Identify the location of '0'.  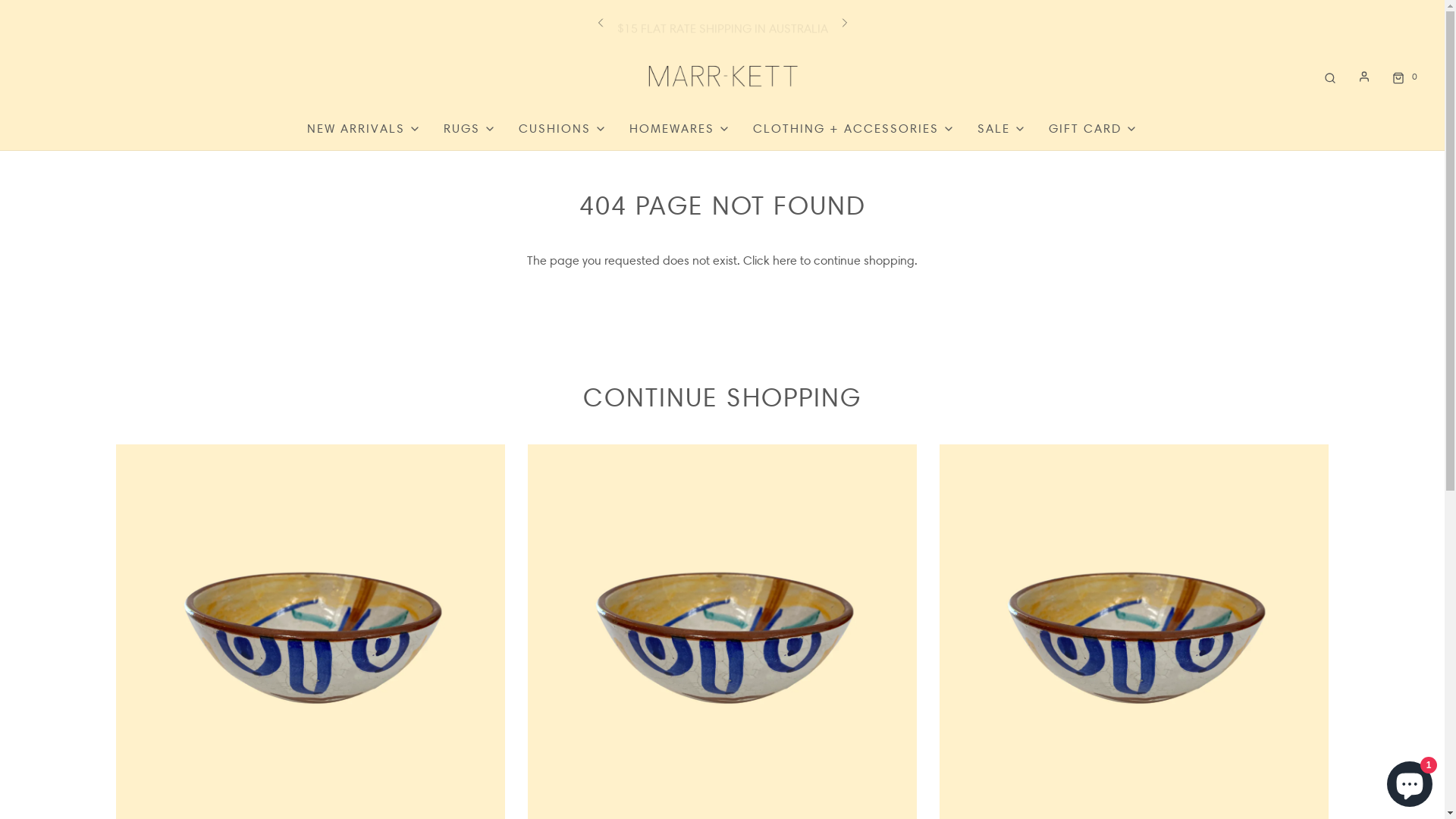
(1402, 76).